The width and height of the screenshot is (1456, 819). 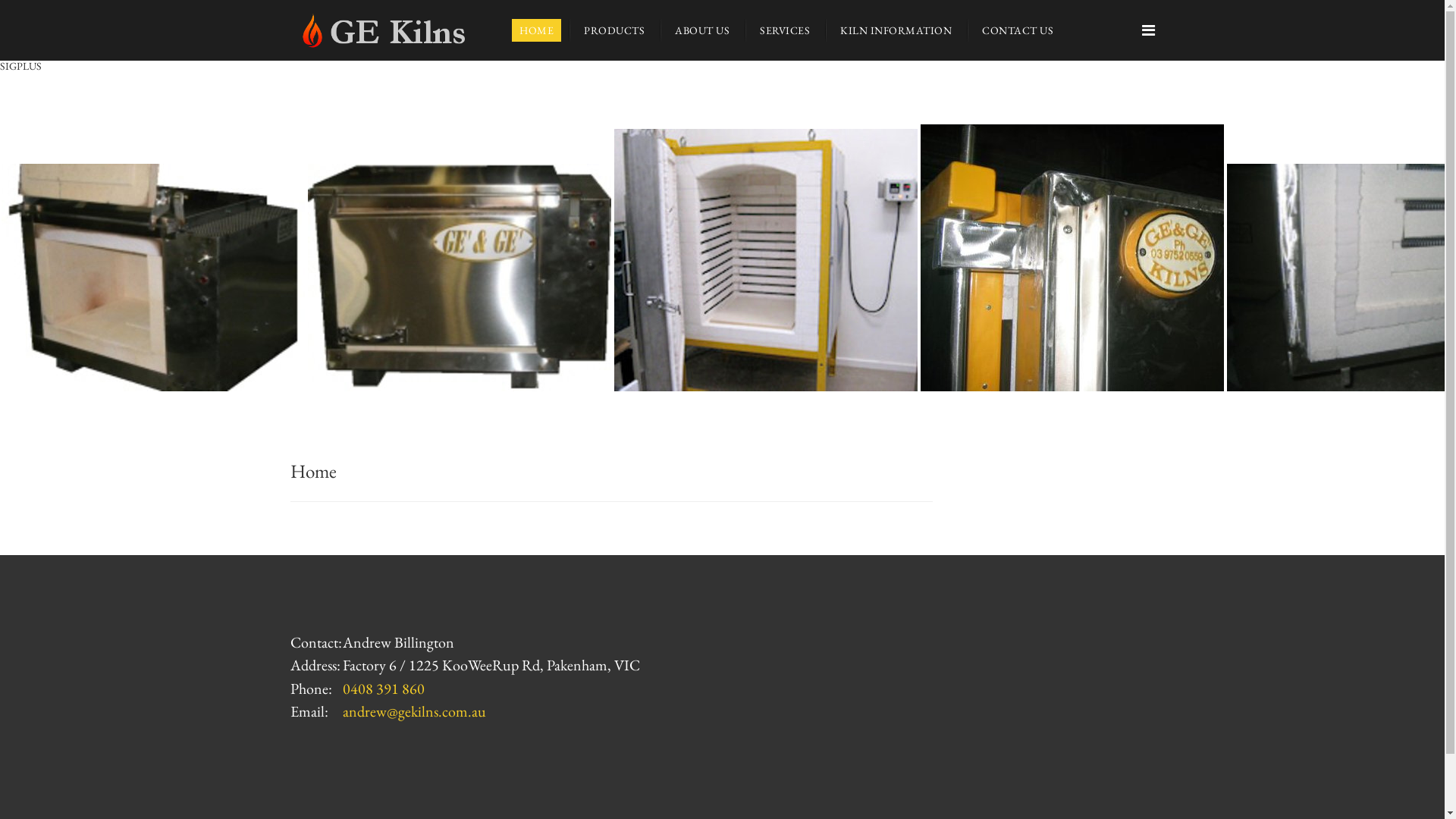 What do you see at coordinates (896, 30) in the screenshot?
I see `'KILN INFORMATION'` at bounding box center [896, 30].